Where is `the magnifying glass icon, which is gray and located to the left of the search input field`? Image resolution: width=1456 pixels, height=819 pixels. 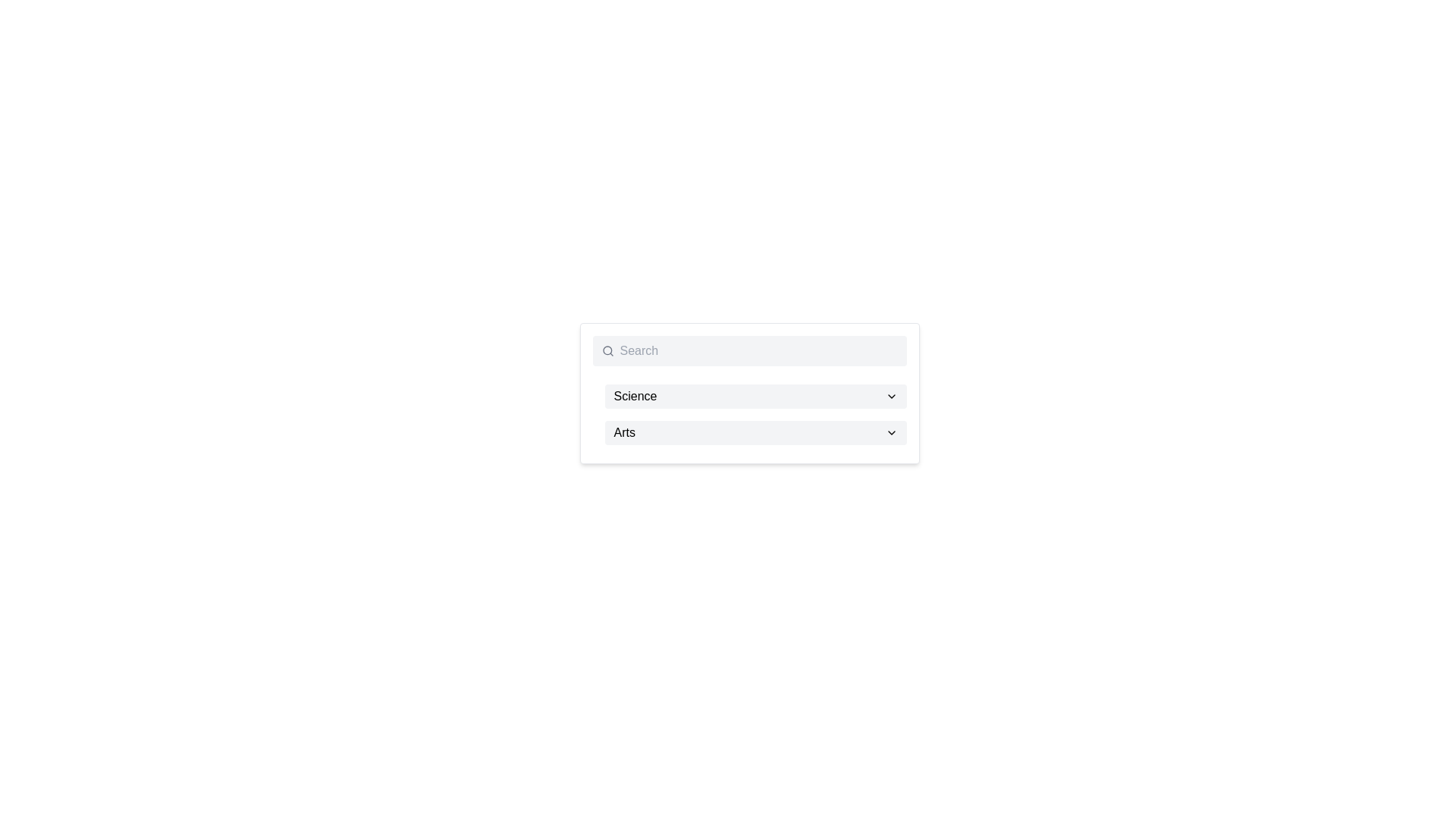
the magnifying glass icon, which is gray and located to the left of the search input field is located at coordinates (607, 350).